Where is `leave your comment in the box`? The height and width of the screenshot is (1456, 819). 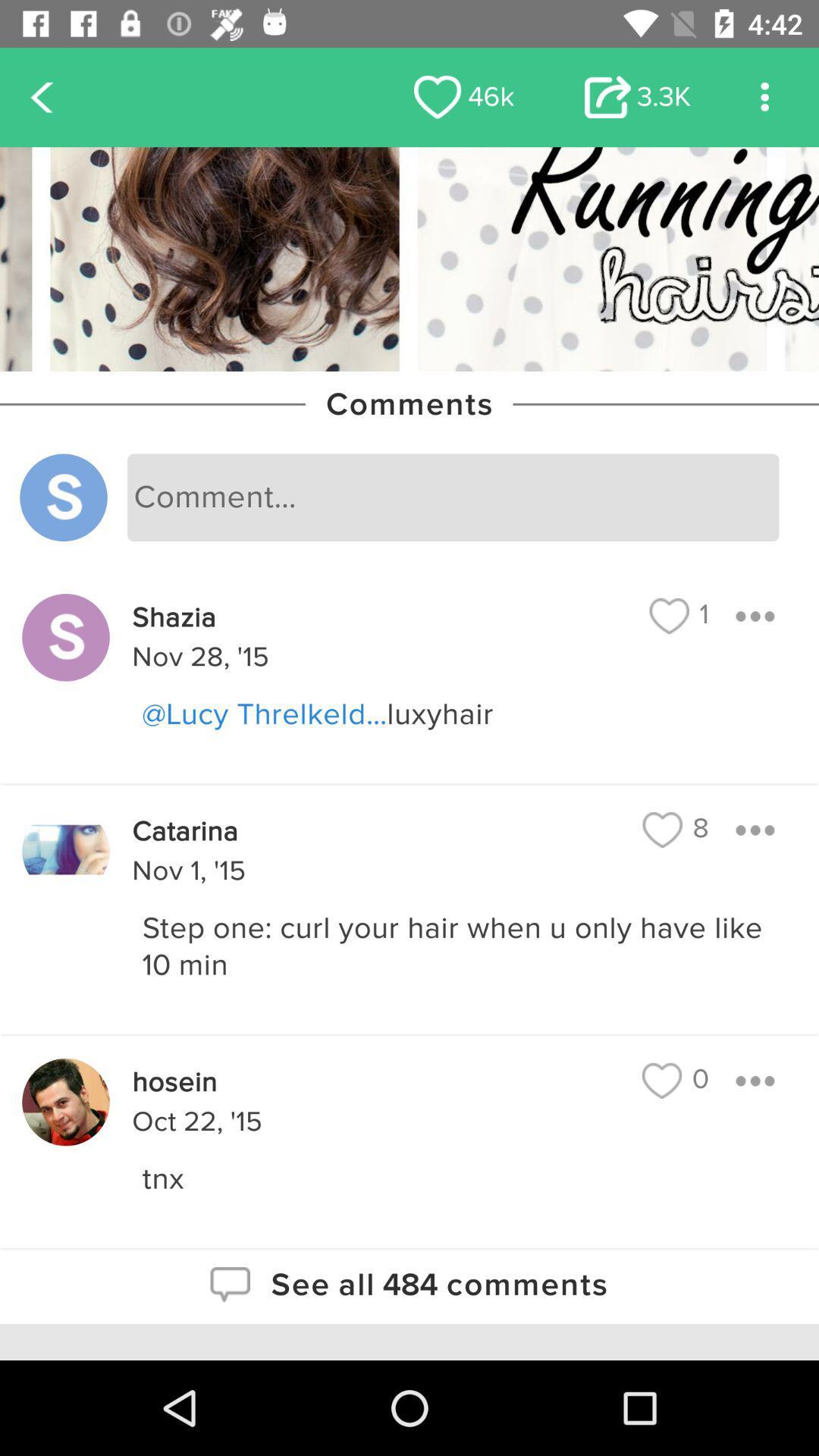
leave your comment in the box is located at coordinates (452, 497).